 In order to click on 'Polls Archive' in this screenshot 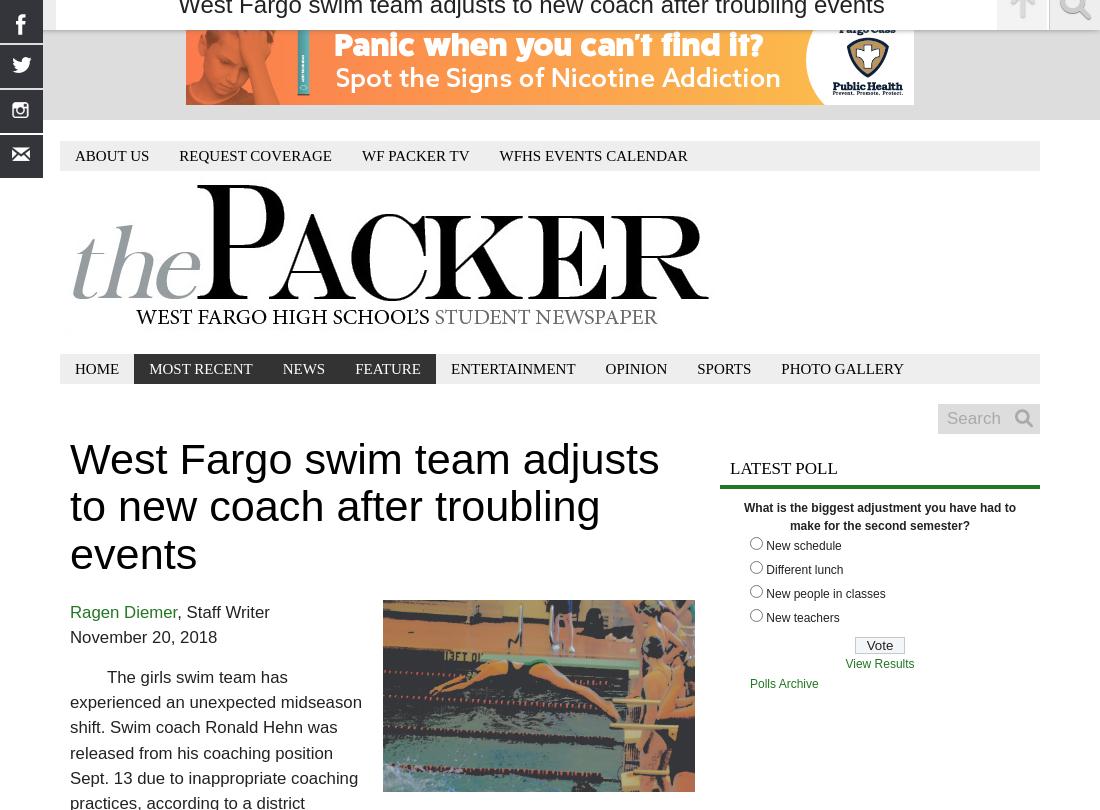, I will do `click(748, 682)`.